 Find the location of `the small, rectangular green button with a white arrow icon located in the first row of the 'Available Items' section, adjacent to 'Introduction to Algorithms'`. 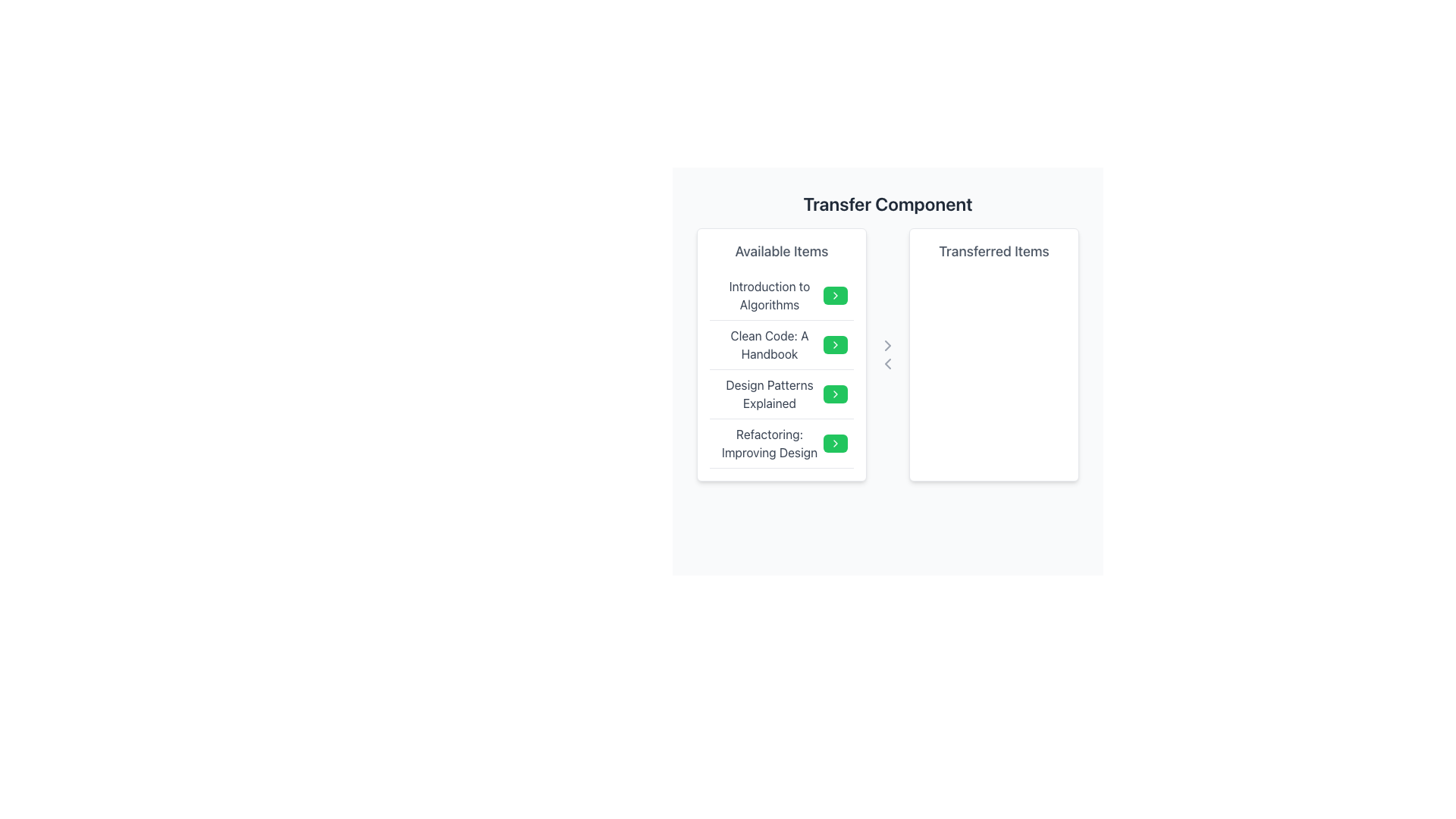

the small, rectangular green button with a white arrow icon located in the first row of the 'Available Items' section, adjacent to 'Introduction to Algorithms' is located at coordinates (835, 295).